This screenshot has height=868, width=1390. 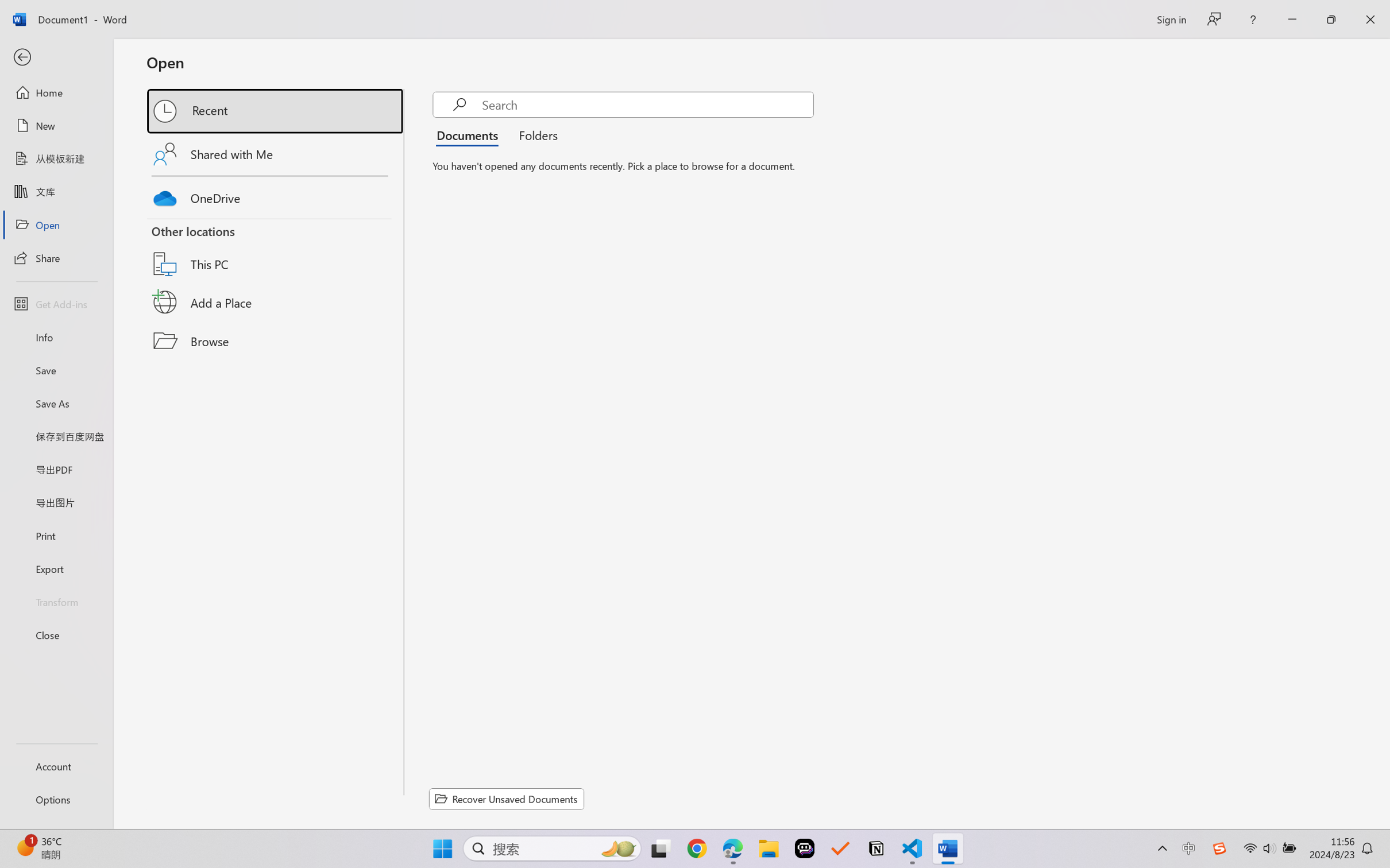 I want to click on 'Transform', so click(x=56, y=600).